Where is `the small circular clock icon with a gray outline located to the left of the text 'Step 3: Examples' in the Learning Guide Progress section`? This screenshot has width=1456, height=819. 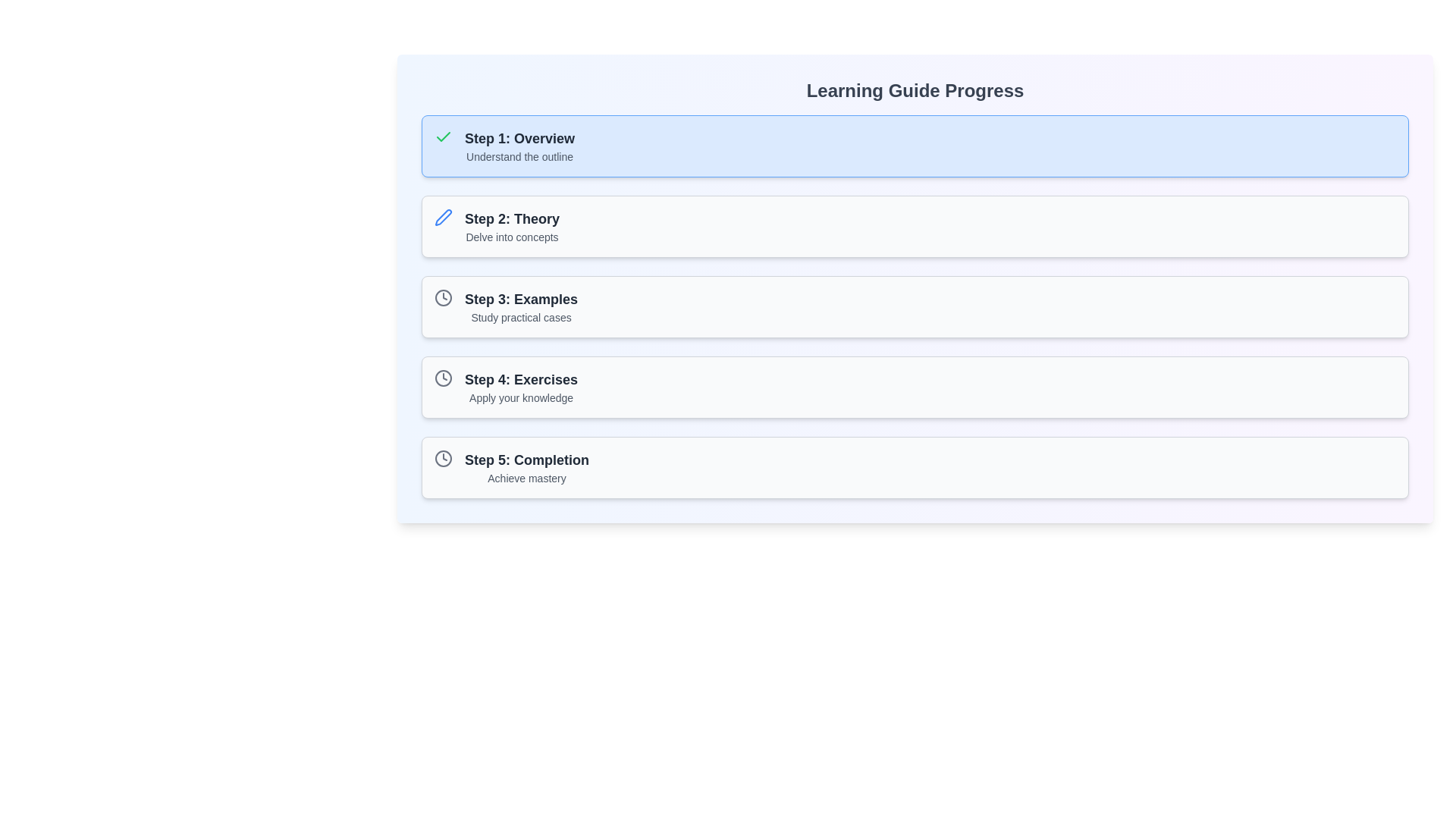 the small circular clock icon with a gray outline located to the left of the text 'Step 3: Examples' in the Learning Guide Progress section is located at coordinates (443, 298).